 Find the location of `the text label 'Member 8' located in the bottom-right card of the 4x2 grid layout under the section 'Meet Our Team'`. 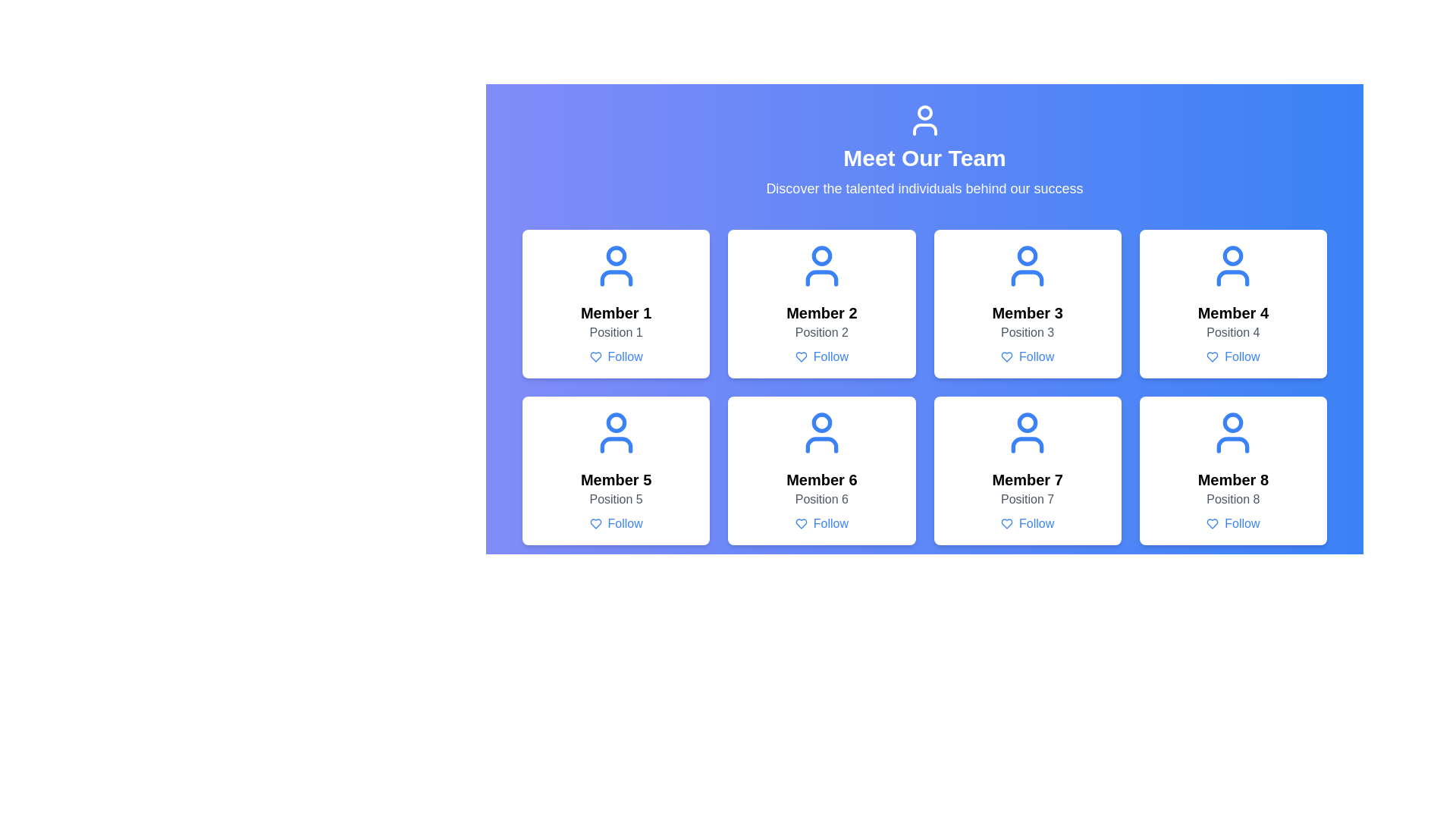

the text label 'Member 8' located in the bottom-right card of the 4x2 grid layout under the section 'Meet Our Team' is located at coordinates (1233, 479).